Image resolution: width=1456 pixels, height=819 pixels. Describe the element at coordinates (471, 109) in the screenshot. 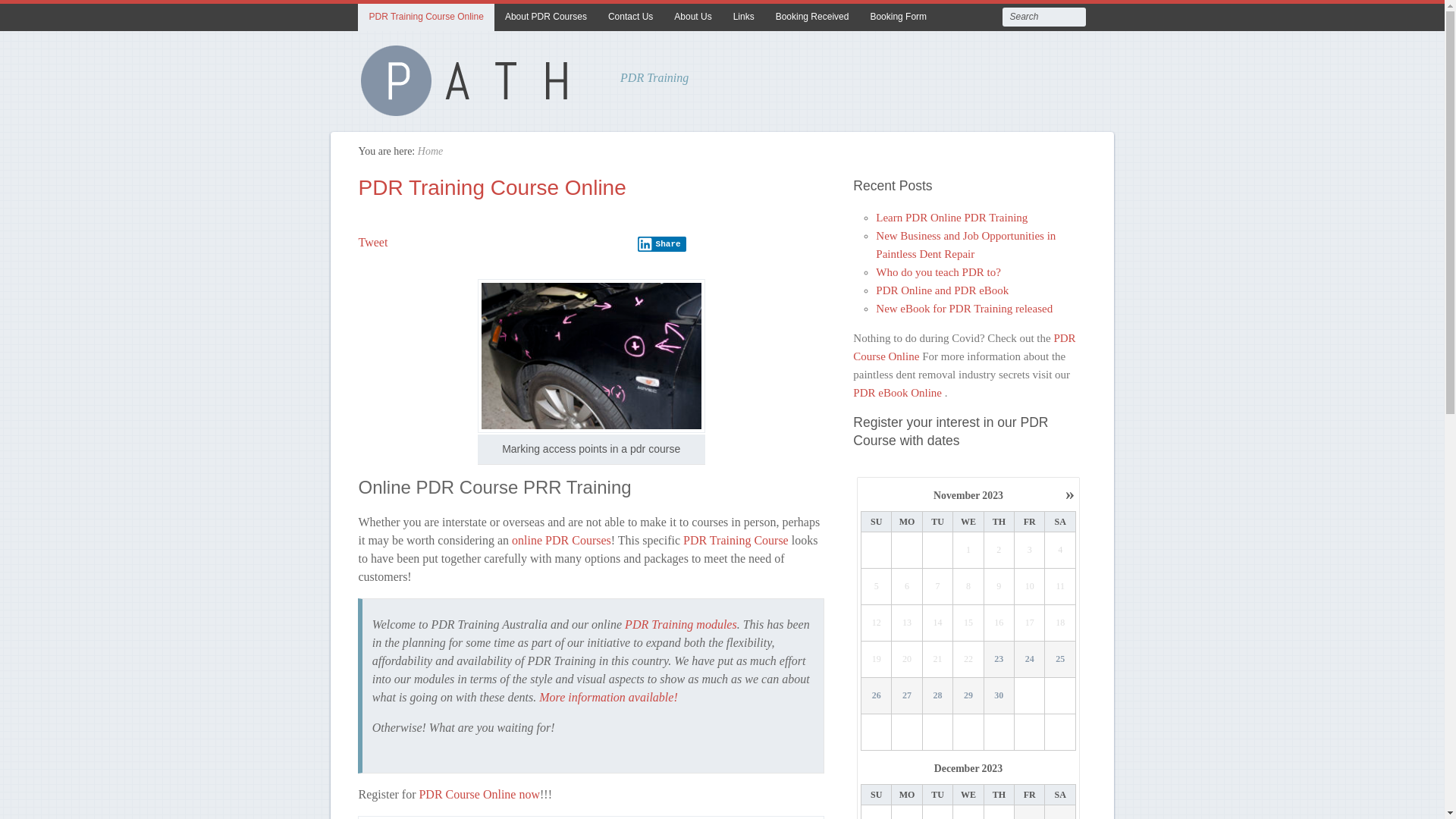

I see `'Learn how to do Paintless Dent Repair'` at that location.